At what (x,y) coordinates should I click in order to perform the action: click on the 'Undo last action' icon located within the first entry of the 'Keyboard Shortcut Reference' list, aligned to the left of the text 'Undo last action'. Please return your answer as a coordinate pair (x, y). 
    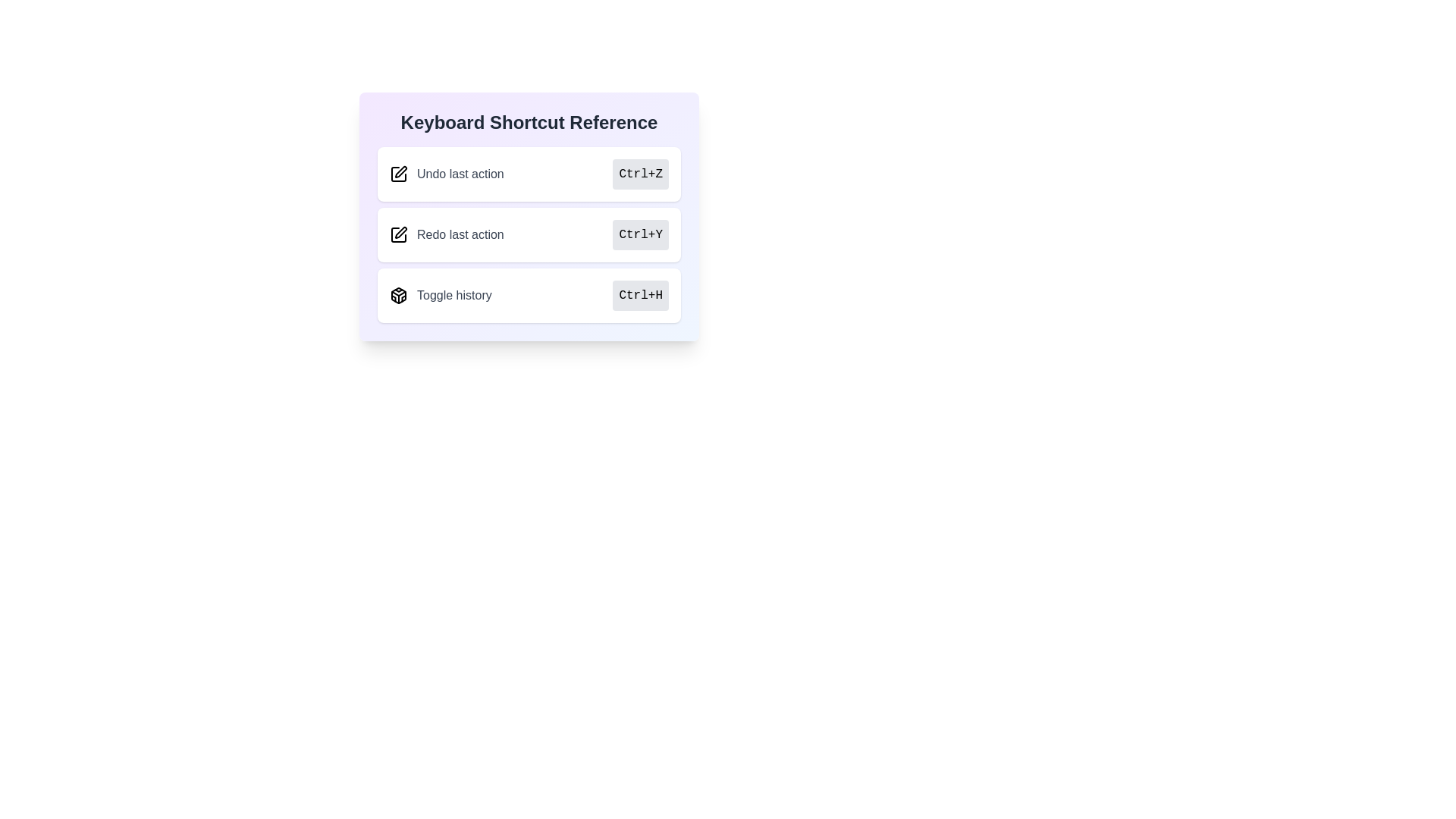
    Looking at the image, I should click on (399, 174).